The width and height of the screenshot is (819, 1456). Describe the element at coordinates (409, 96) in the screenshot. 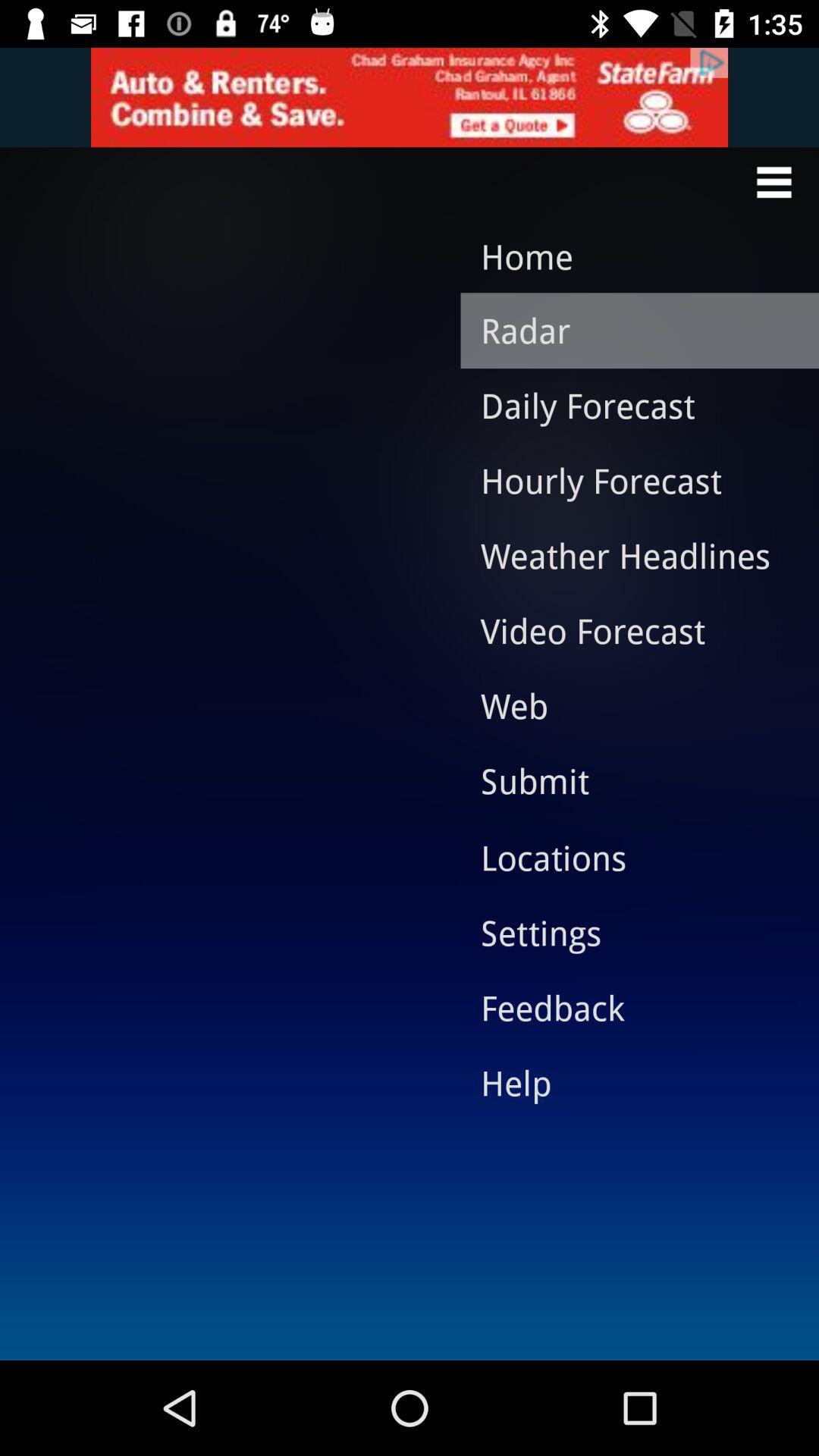

I see `banner` at that location.